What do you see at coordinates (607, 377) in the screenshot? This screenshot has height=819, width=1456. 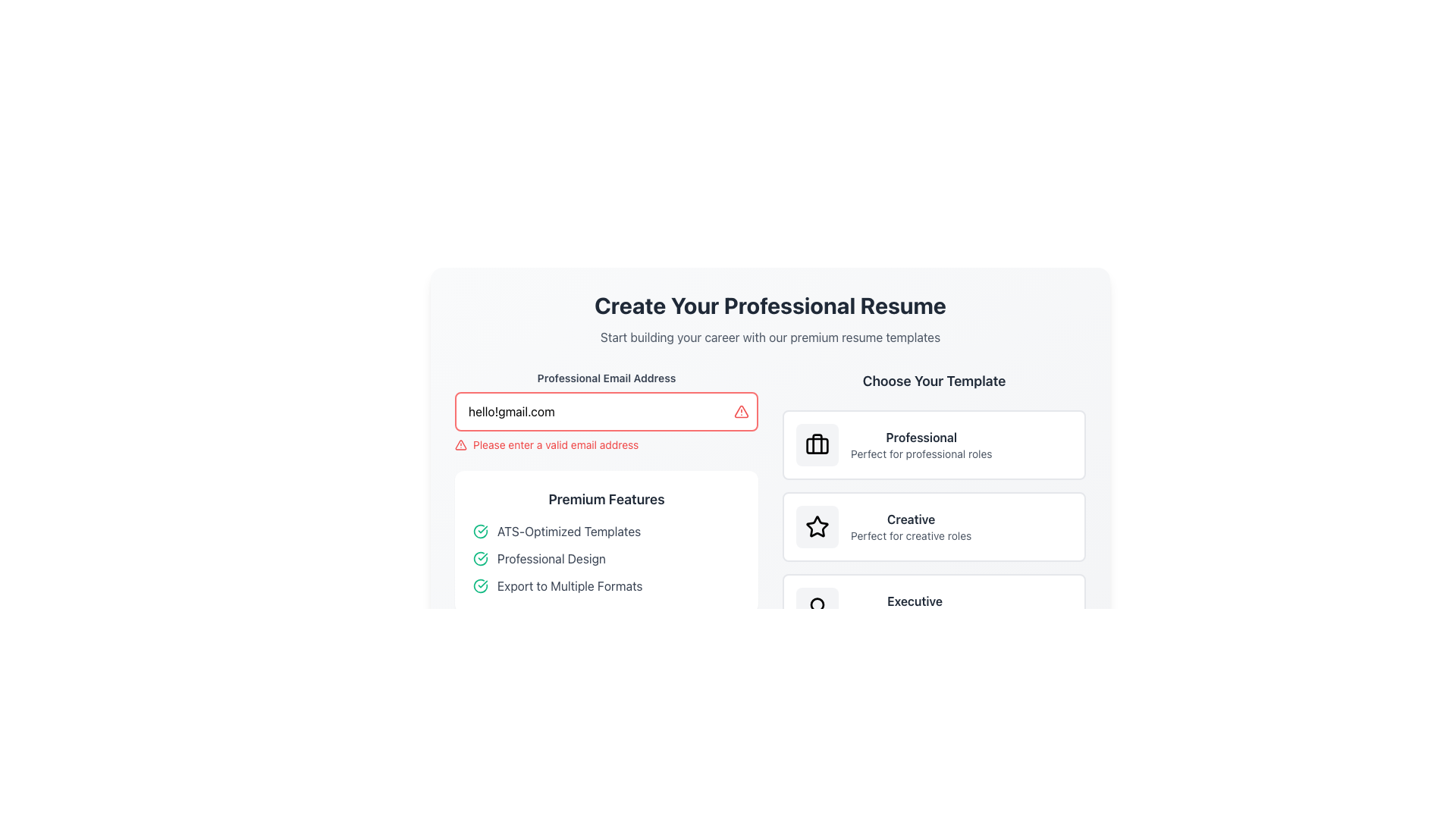 I see `the text label that says 'Professional Email Address', which is prominently styled in bold and located above the email input field` at bounding box center [607, 377].